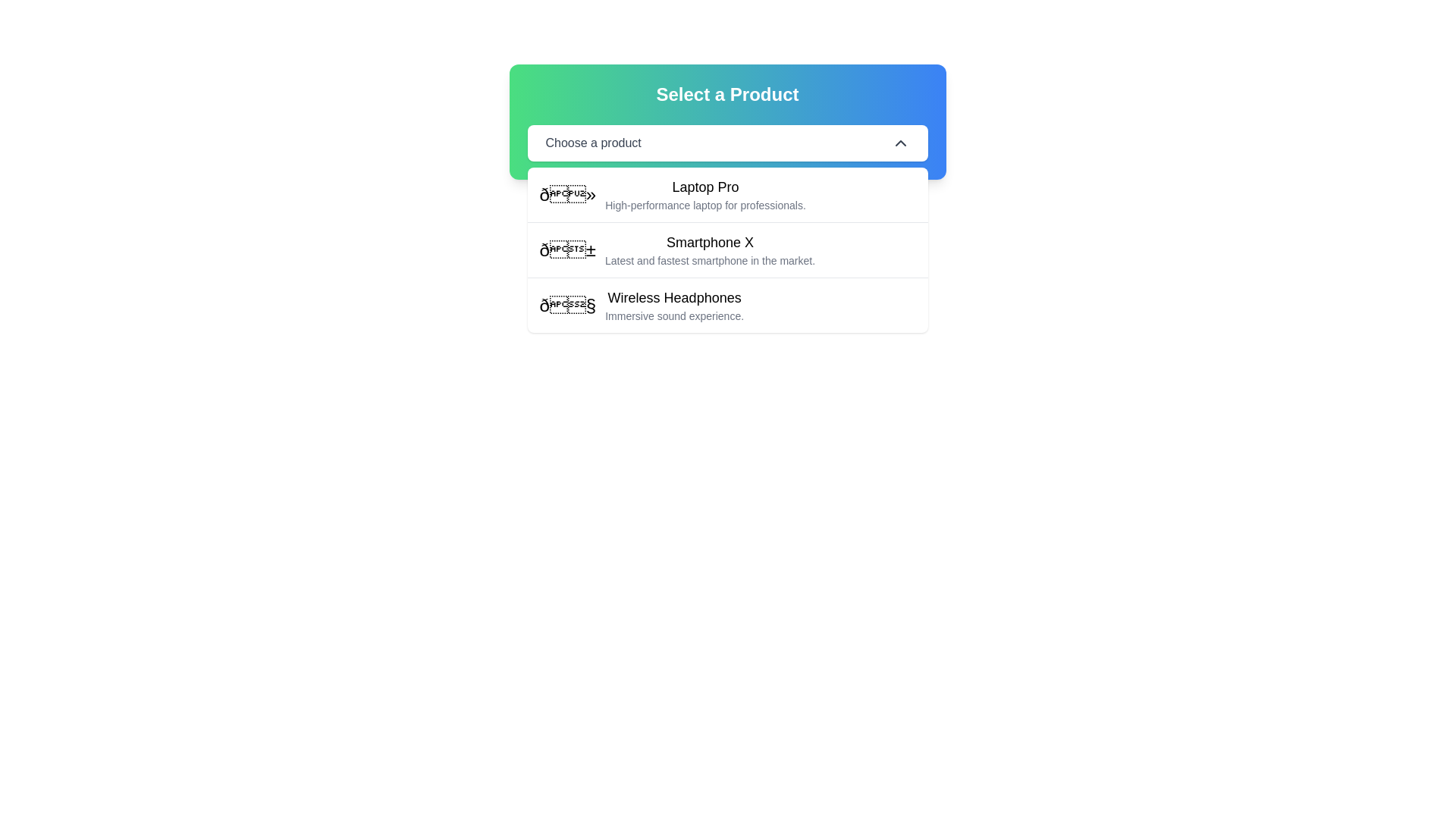 Image resolution: width=1456 pixels, height=819 pixels. I want to click on the 'Wireless Headphones' menu item in the 'Select a Product' dropdown list, so click(642, 305).